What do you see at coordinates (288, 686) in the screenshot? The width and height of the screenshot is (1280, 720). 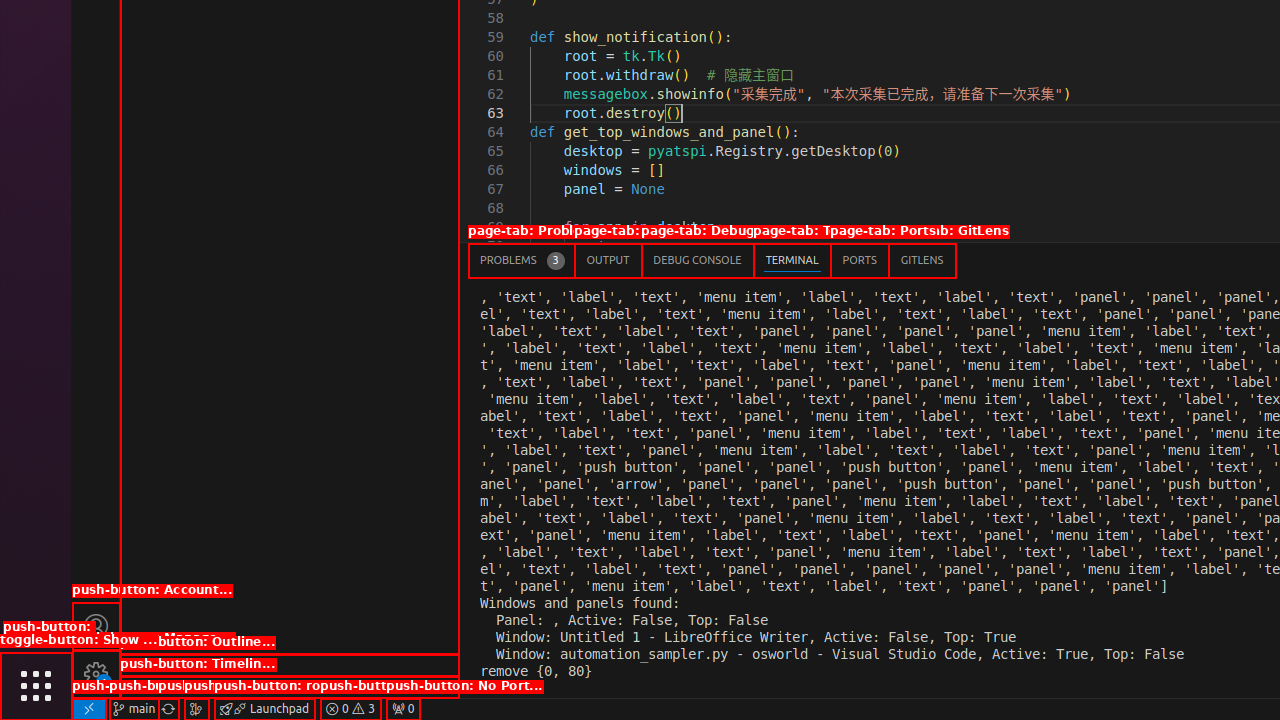 I see `'Timeline Section'` at bounding box center [288, 686].